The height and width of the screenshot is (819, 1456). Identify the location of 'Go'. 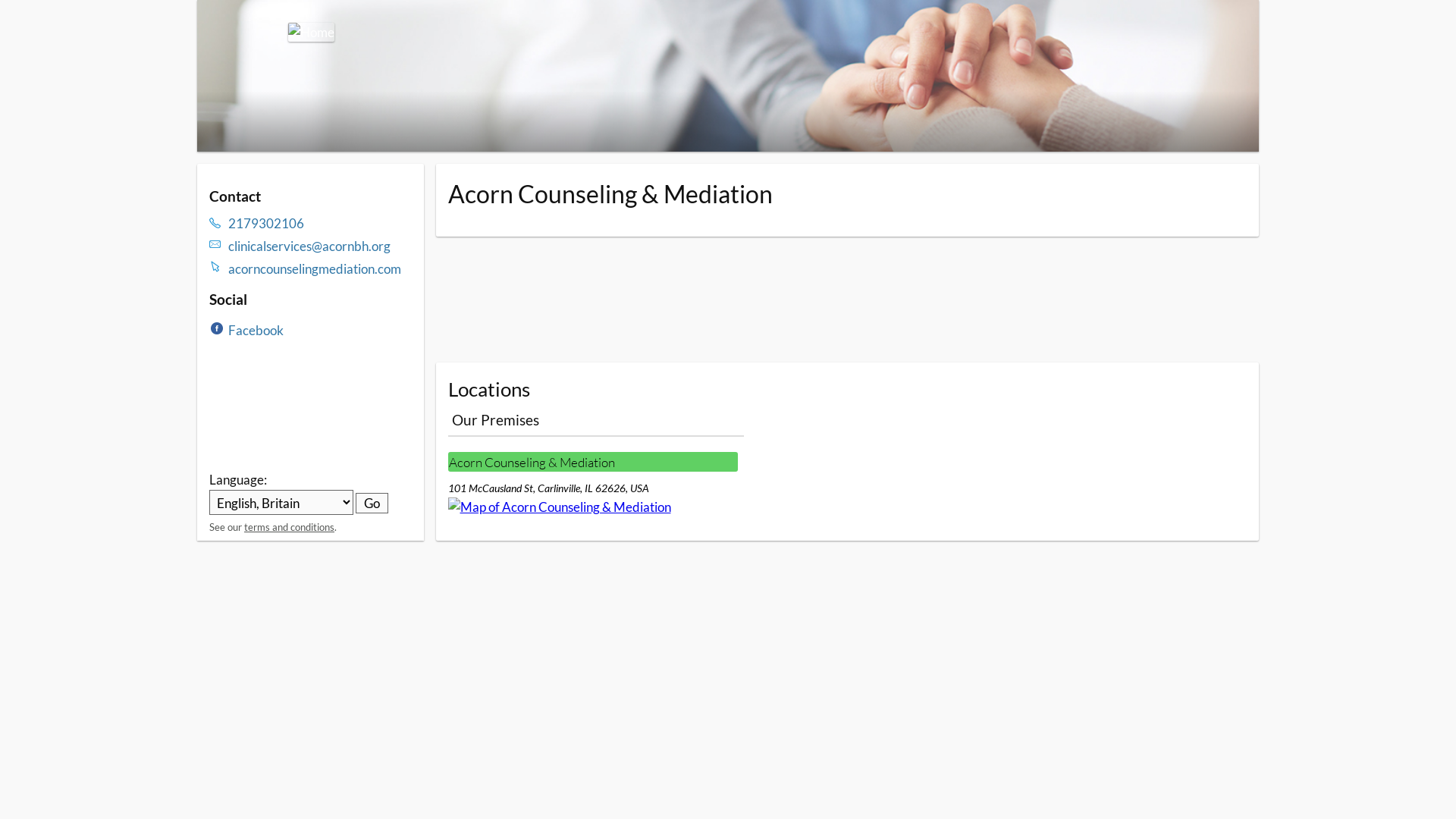
(372, 503).